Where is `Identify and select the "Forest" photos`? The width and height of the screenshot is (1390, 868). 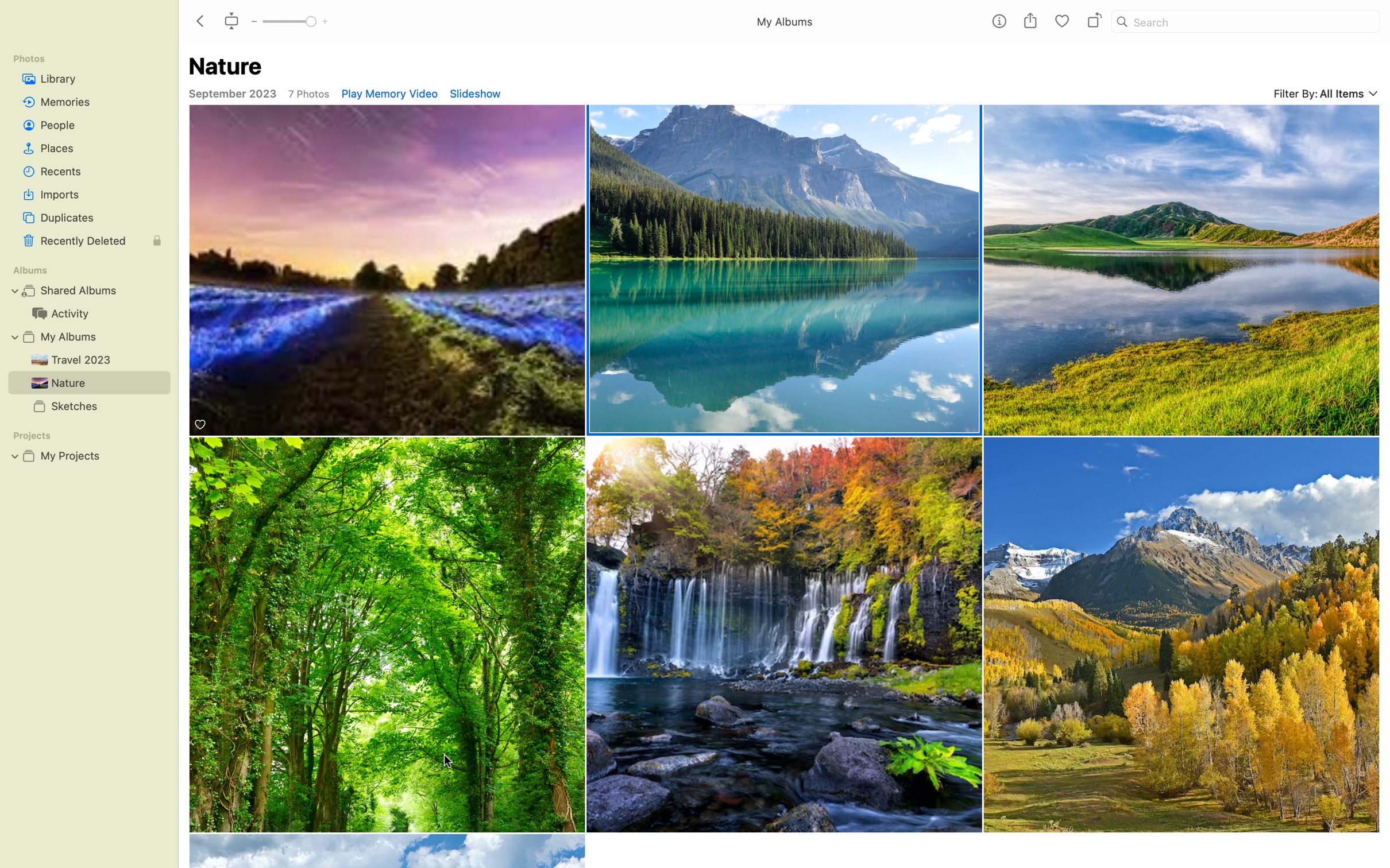 Identify and select the "Forest" photos is located at coordinates (387, 634).